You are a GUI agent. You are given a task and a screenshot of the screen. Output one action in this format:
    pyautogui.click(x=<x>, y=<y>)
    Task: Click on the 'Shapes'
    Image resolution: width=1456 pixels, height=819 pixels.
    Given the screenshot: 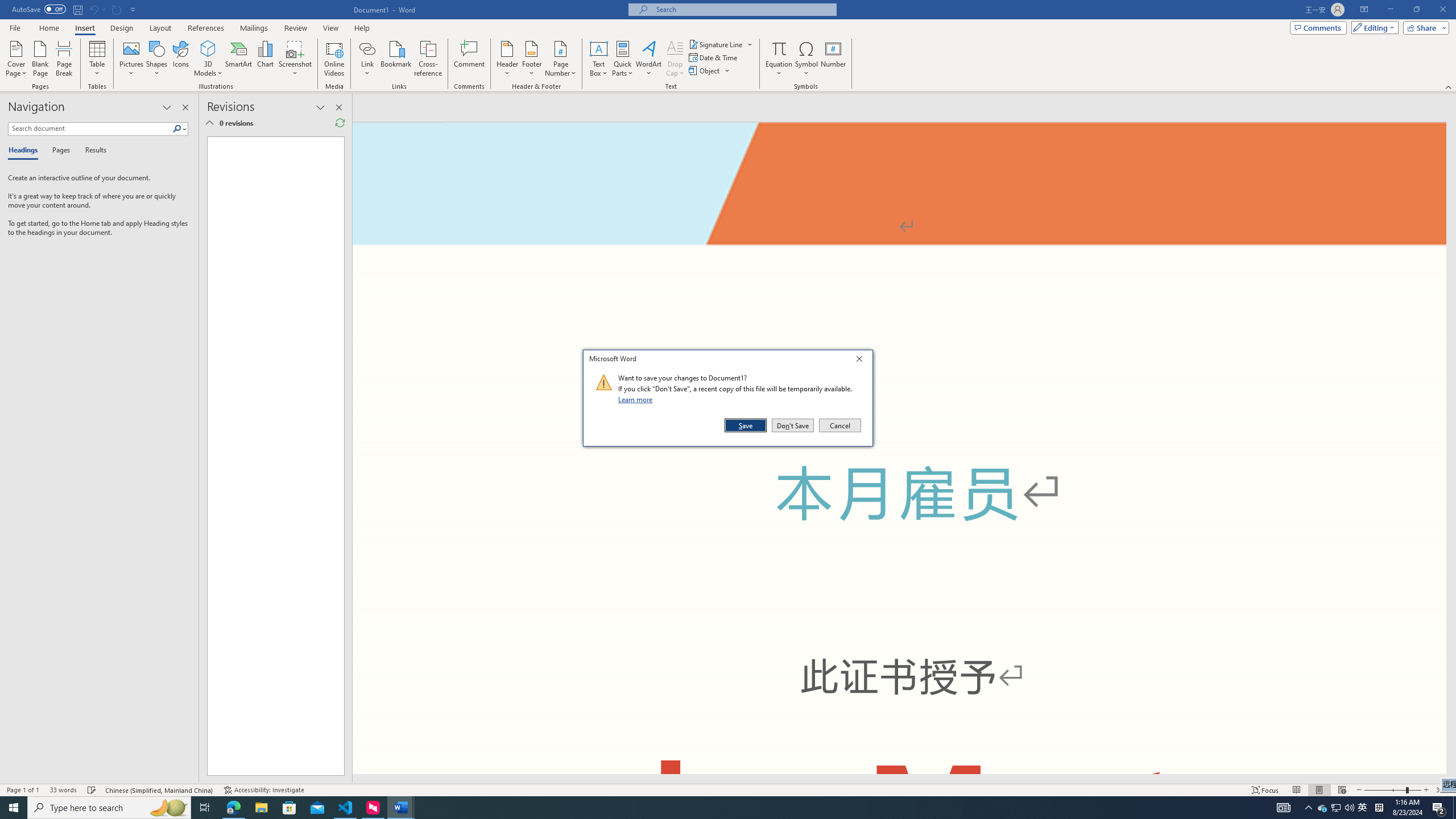 What is the action you would take?
    pyautogui.click(x=157, y=59)
    